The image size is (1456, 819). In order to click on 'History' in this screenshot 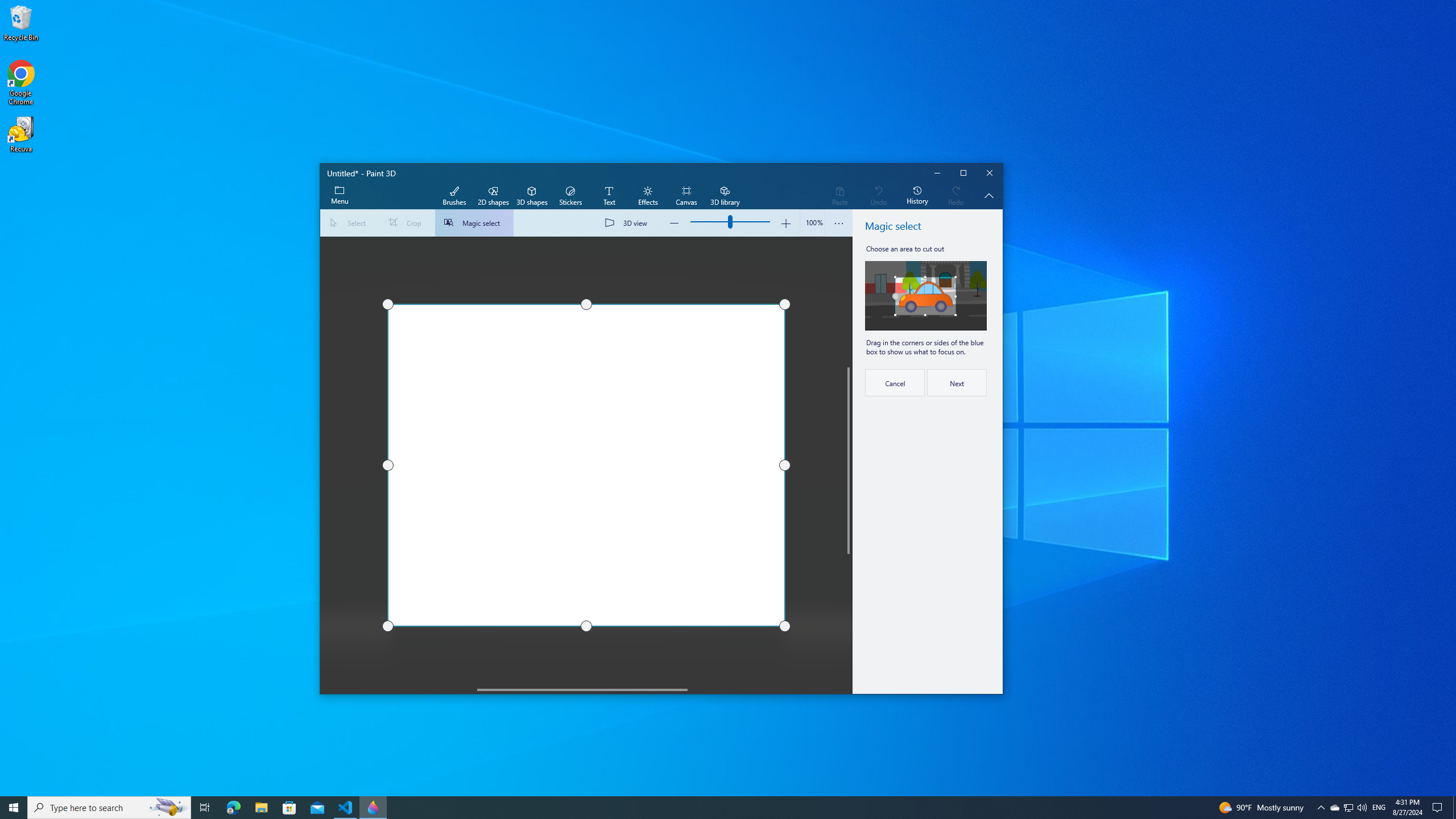, I will do `click(916, 196)`.